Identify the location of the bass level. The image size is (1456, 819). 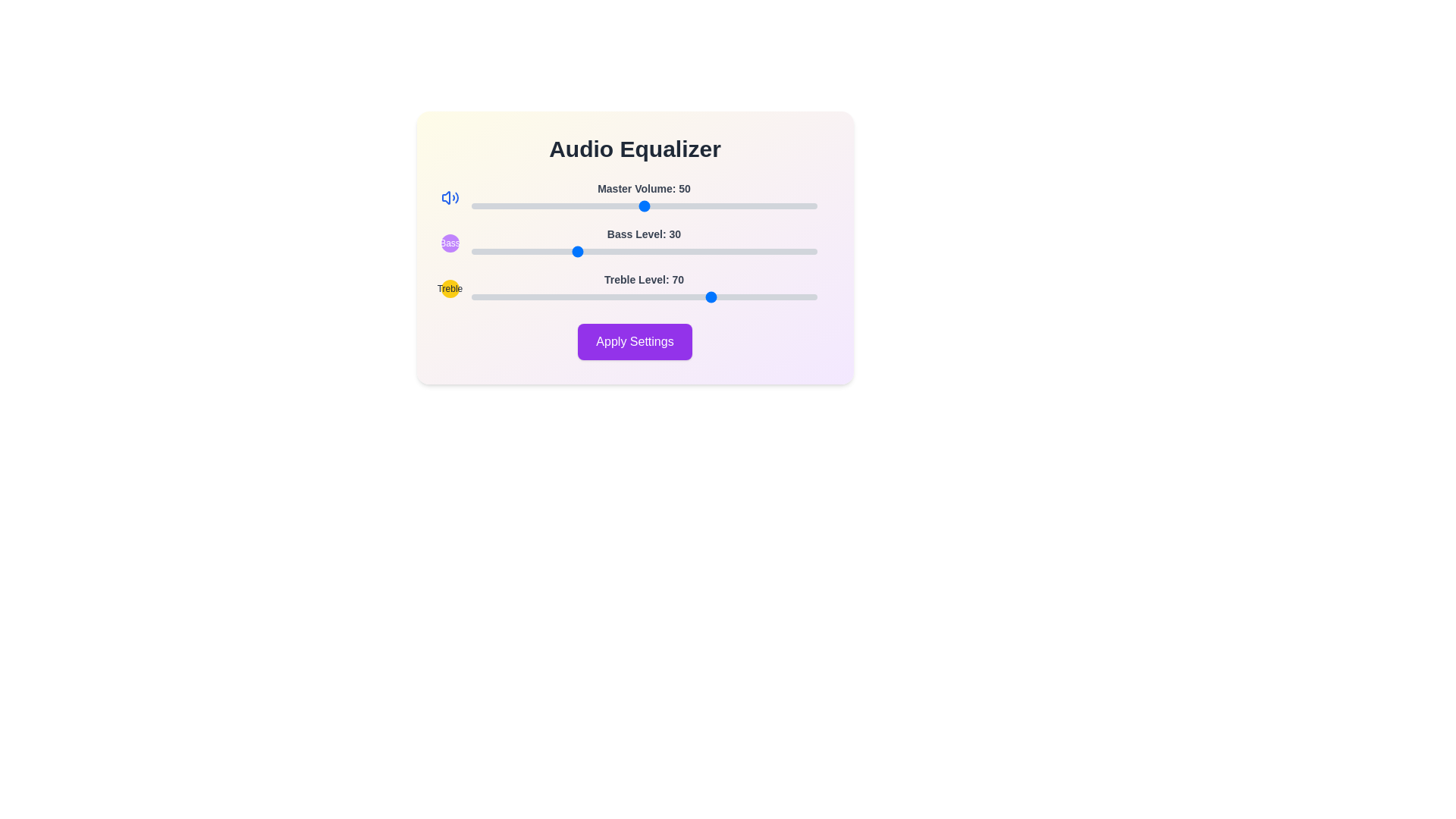
(681, 250).